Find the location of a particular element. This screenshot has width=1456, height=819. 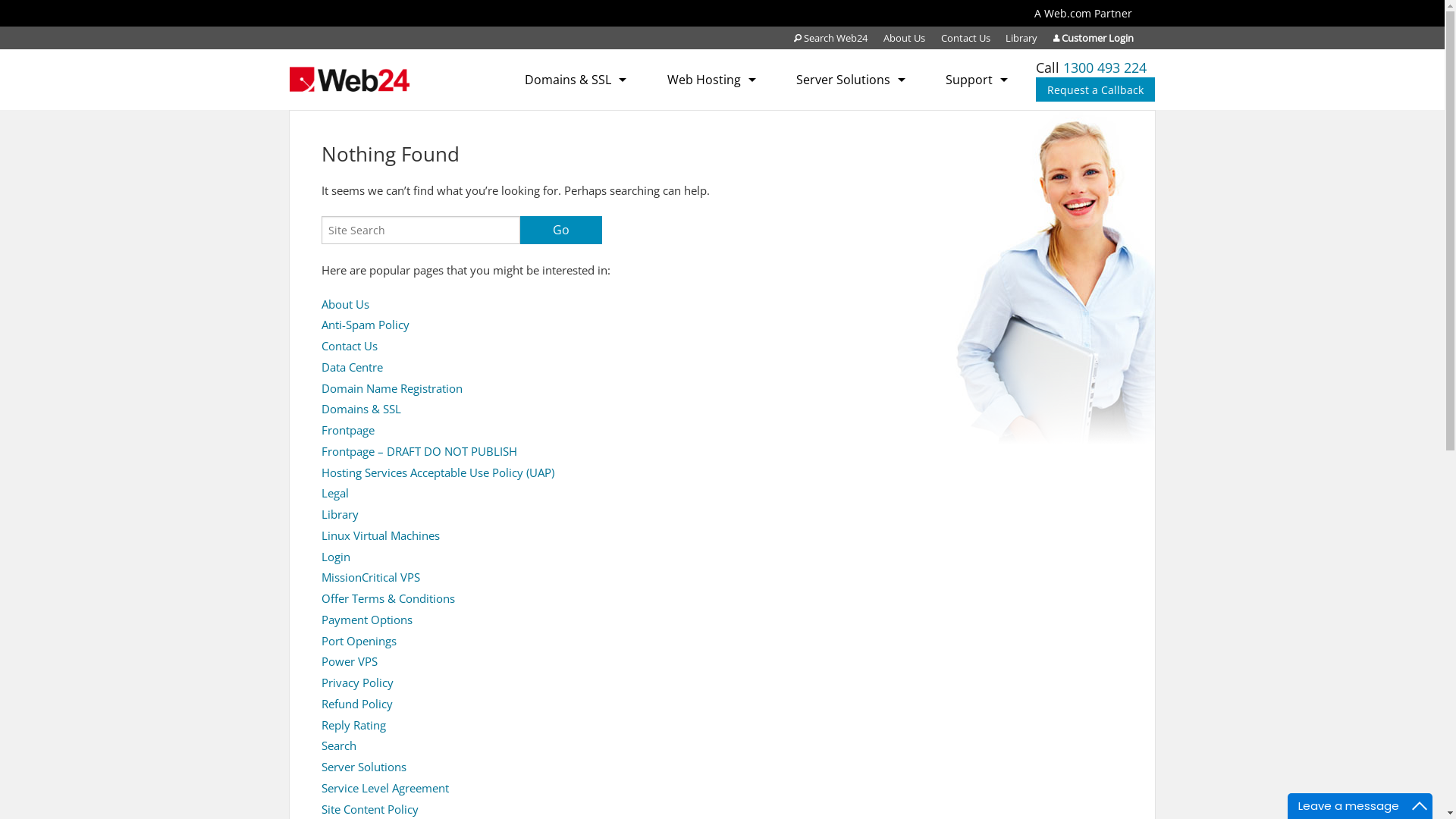

'Domains & SSL' is located at coordinates (575, 79).